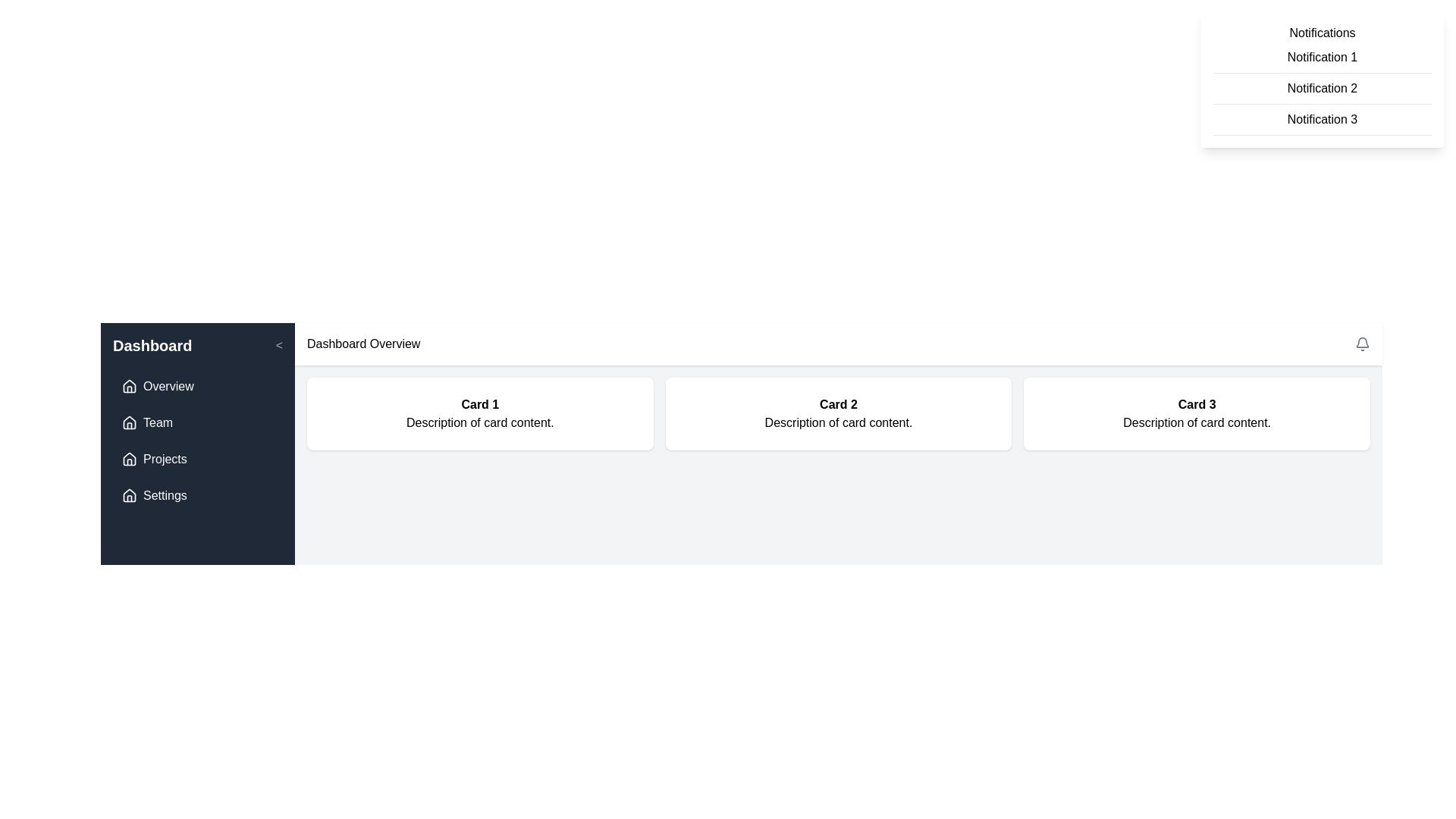 Image resolution: width=1456 pixels, height=819 pixels. I want to click on the 'Notification 3' text label, so click(1321, 119).